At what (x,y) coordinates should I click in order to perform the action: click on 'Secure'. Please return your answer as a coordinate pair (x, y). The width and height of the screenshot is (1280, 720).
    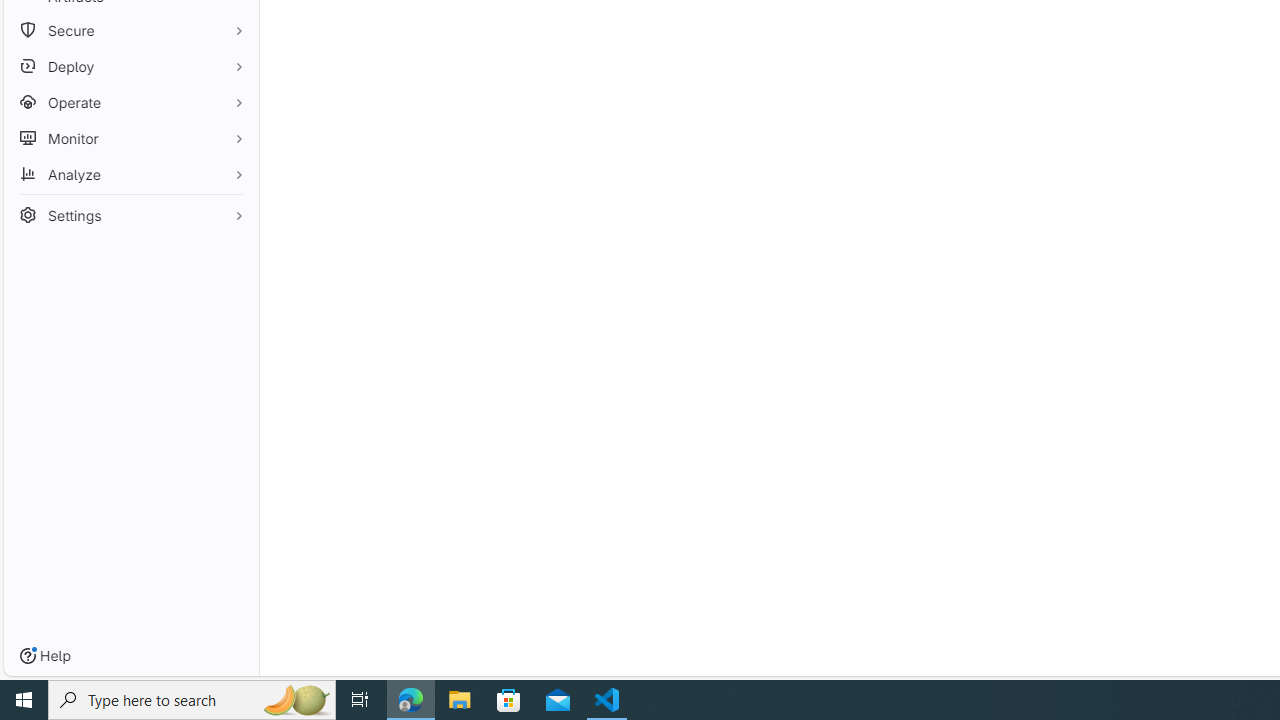
    Looking at the image, I should click on (130, 30).